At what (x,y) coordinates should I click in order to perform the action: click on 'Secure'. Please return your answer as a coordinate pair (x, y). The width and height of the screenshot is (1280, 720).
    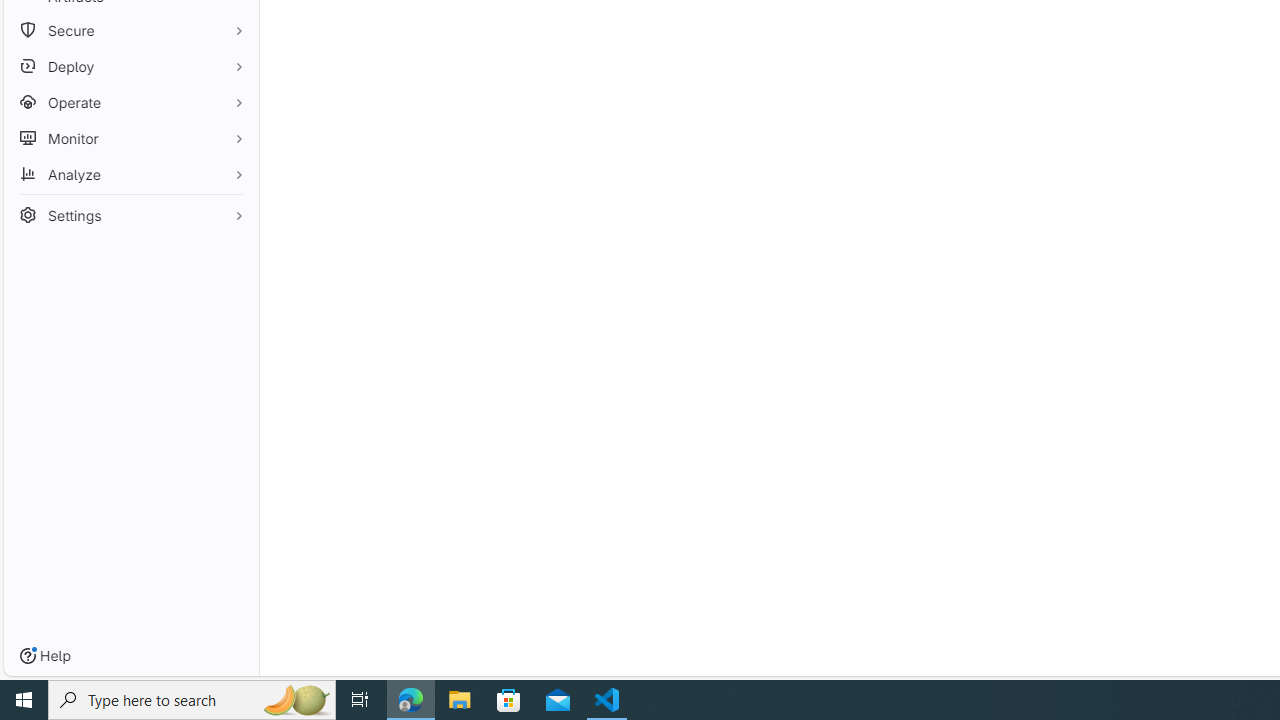
    Looking at the image, I should click on (130, 30).